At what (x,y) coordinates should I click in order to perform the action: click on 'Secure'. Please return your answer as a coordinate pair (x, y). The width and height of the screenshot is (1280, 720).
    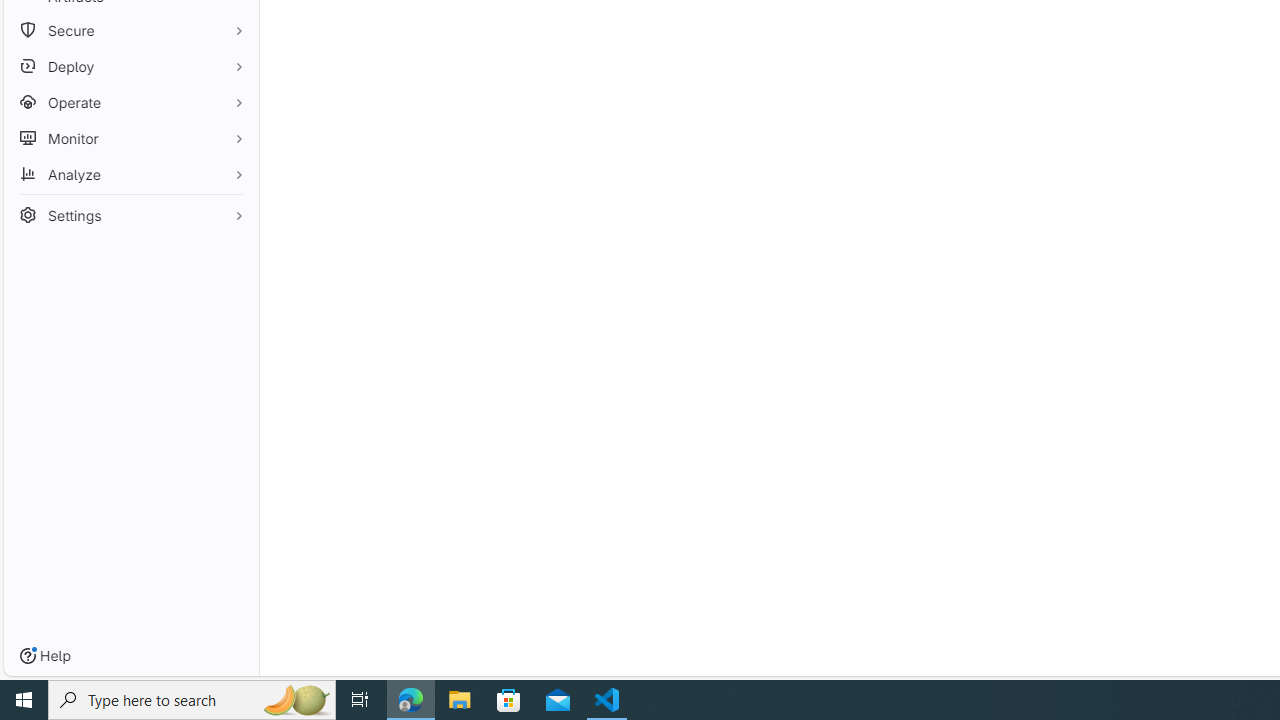
    Looking at the image, I should click on (130, 30).